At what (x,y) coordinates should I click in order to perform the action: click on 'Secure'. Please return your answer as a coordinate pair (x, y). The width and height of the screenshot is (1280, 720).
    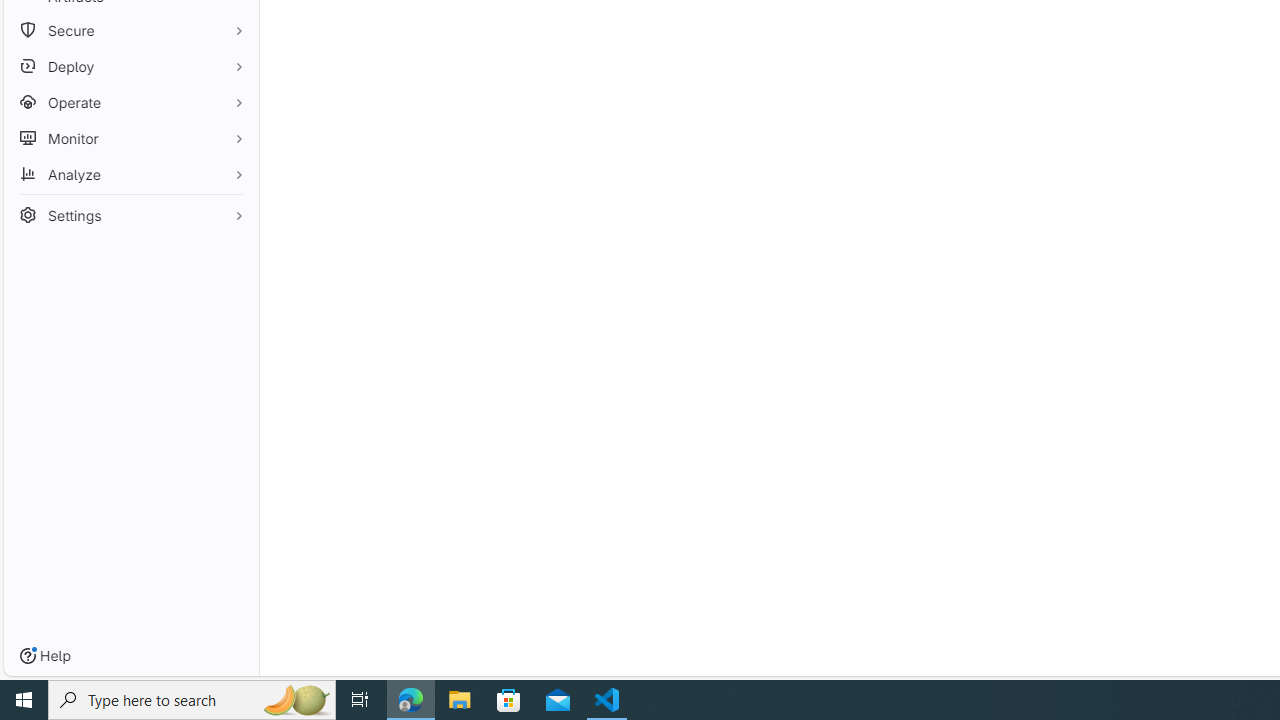
    Looking at the image, I should click on (130, 30).